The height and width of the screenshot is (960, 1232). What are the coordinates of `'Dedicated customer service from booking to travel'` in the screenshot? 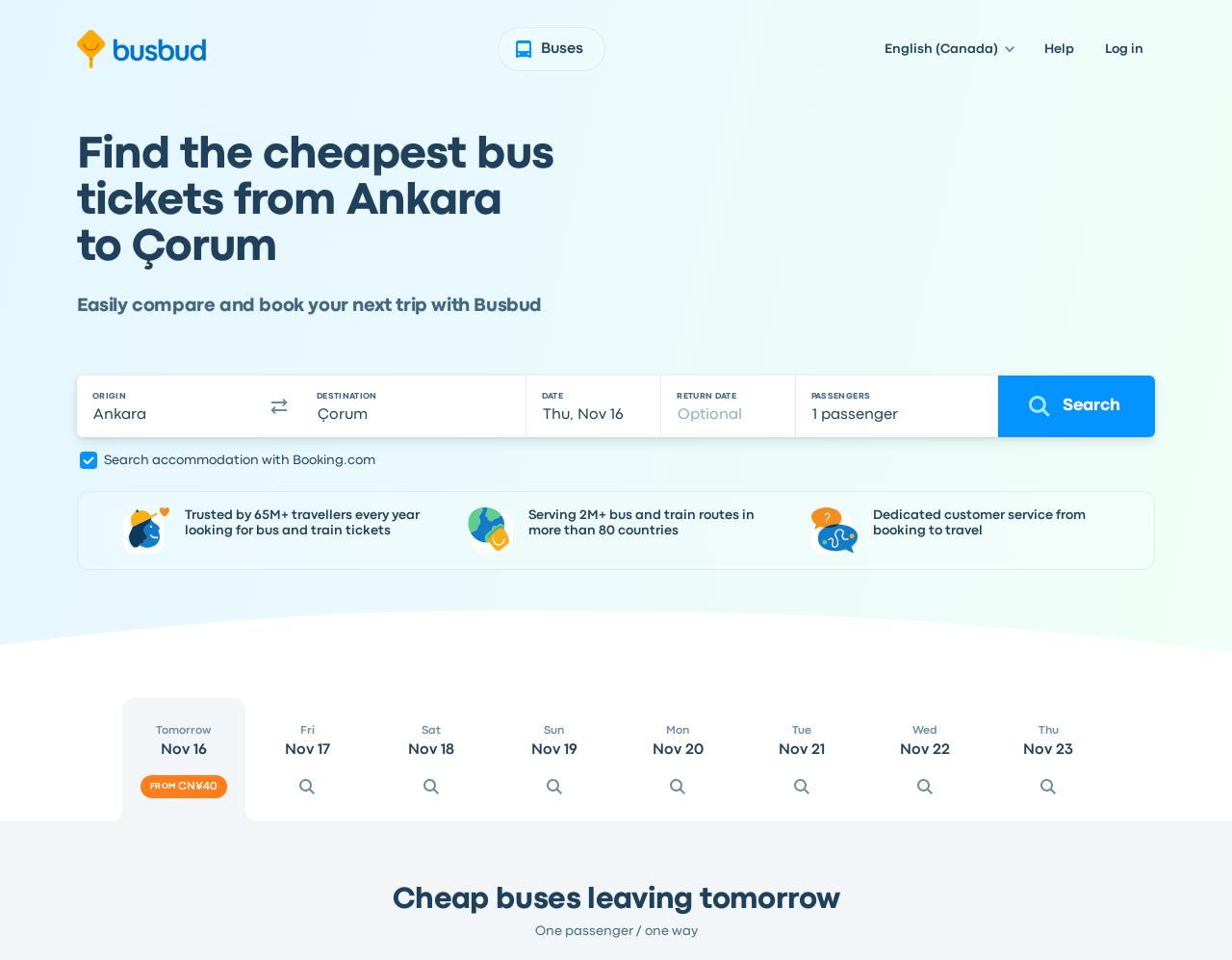 It's located at (870, 521).